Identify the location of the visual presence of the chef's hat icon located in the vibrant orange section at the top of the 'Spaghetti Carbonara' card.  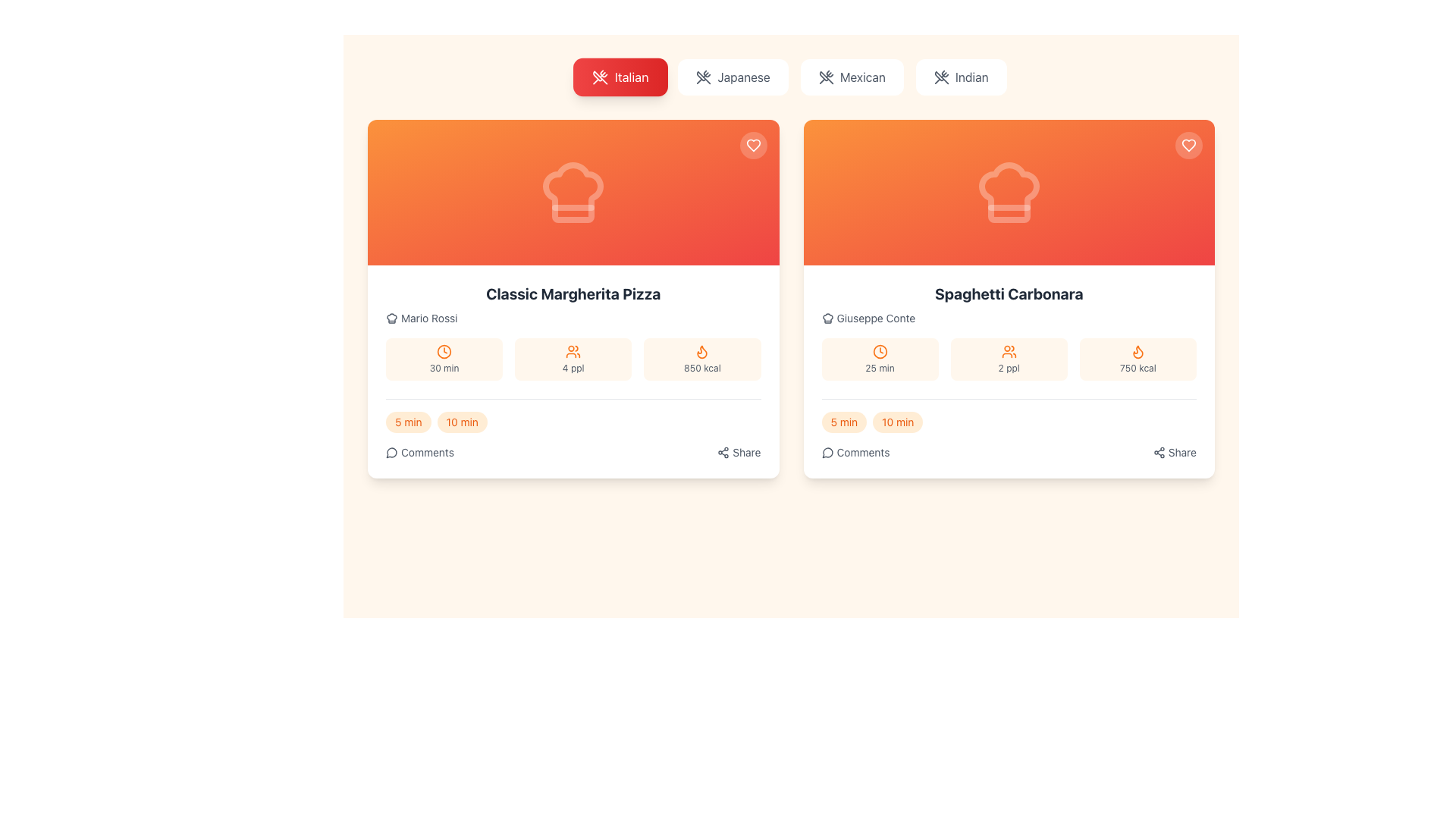
(1009, 192).